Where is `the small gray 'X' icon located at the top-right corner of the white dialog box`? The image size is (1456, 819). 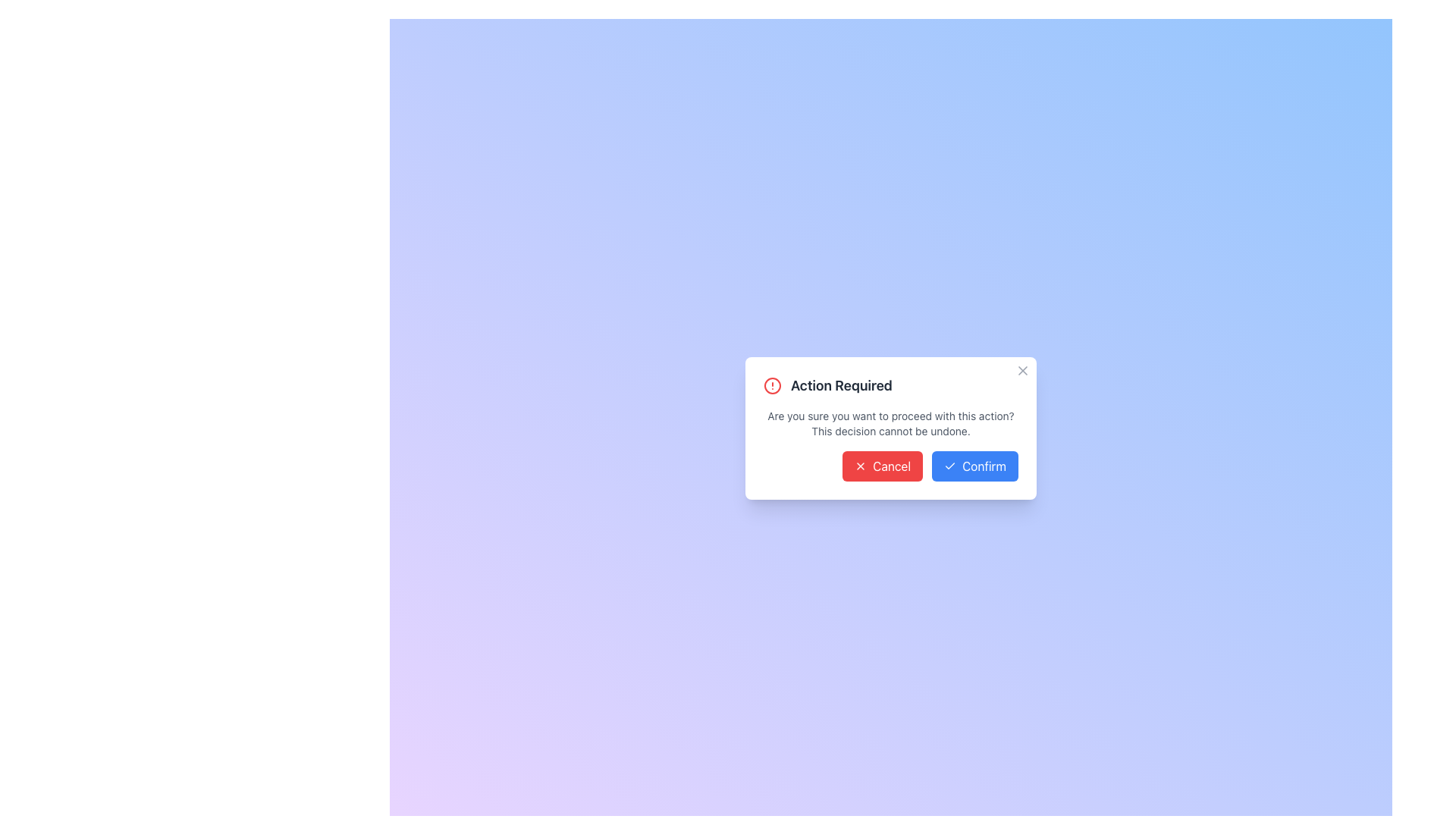 the small gray 'X' icon located at the top-right corner of the white dialog box is located at coordinates (1022, 371).